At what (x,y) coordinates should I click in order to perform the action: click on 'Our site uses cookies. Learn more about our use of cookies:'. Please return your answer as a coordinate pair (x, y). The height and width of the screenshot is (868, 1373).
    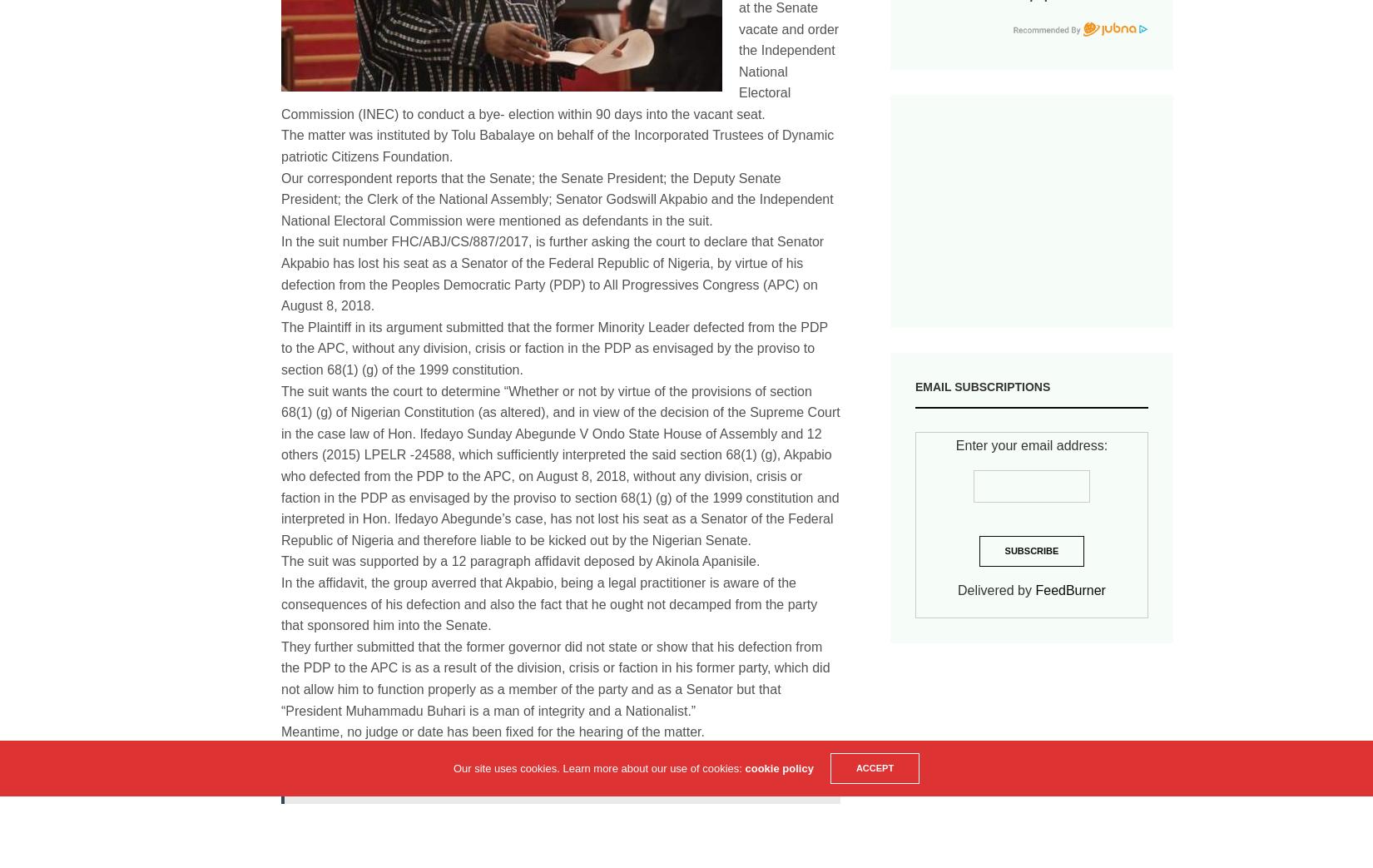
    Looking at the image, I should click on (597, 767).